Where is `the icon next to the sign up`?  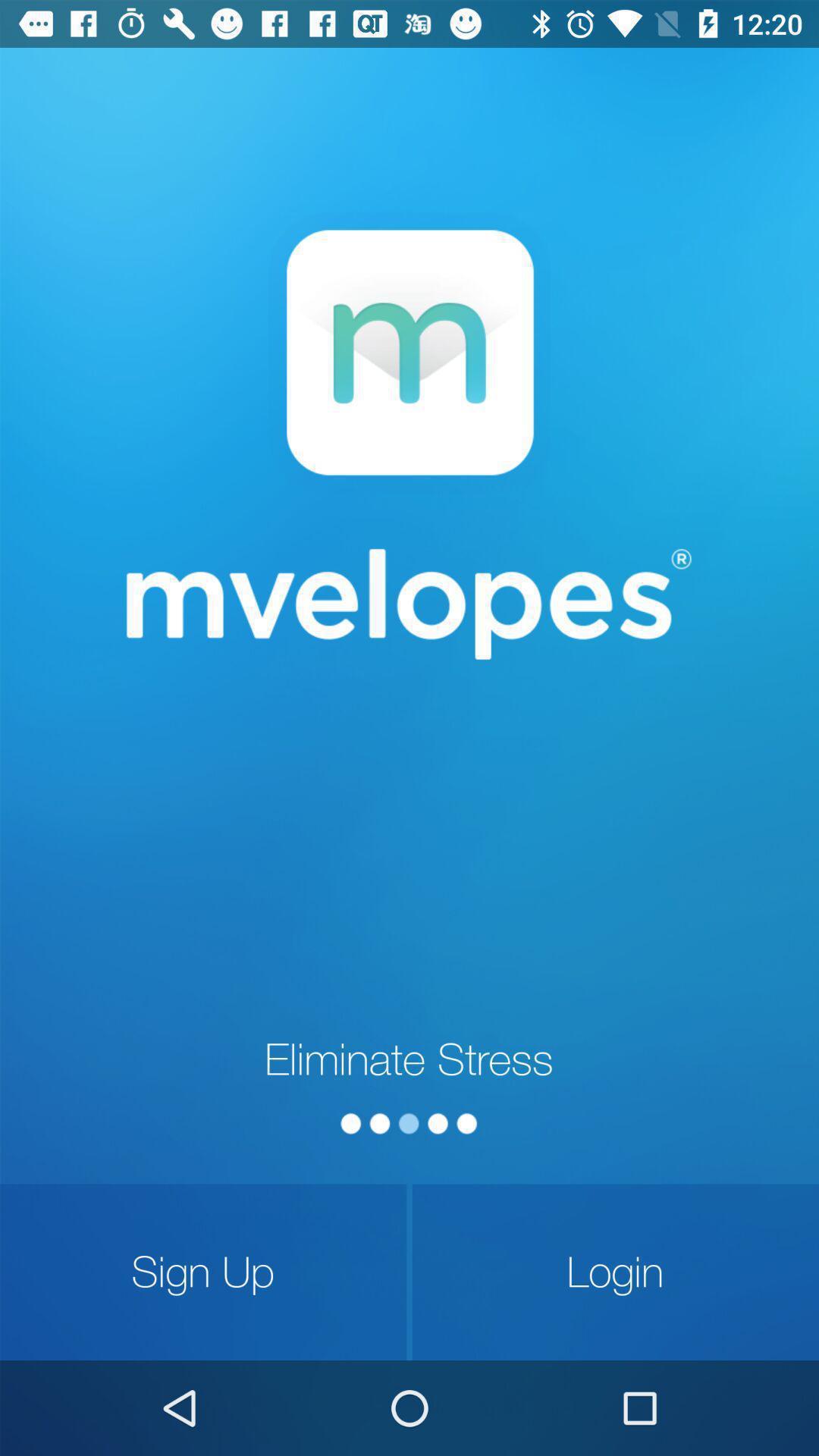
the icon next to the sign up is located at coordinates (615, 1272).